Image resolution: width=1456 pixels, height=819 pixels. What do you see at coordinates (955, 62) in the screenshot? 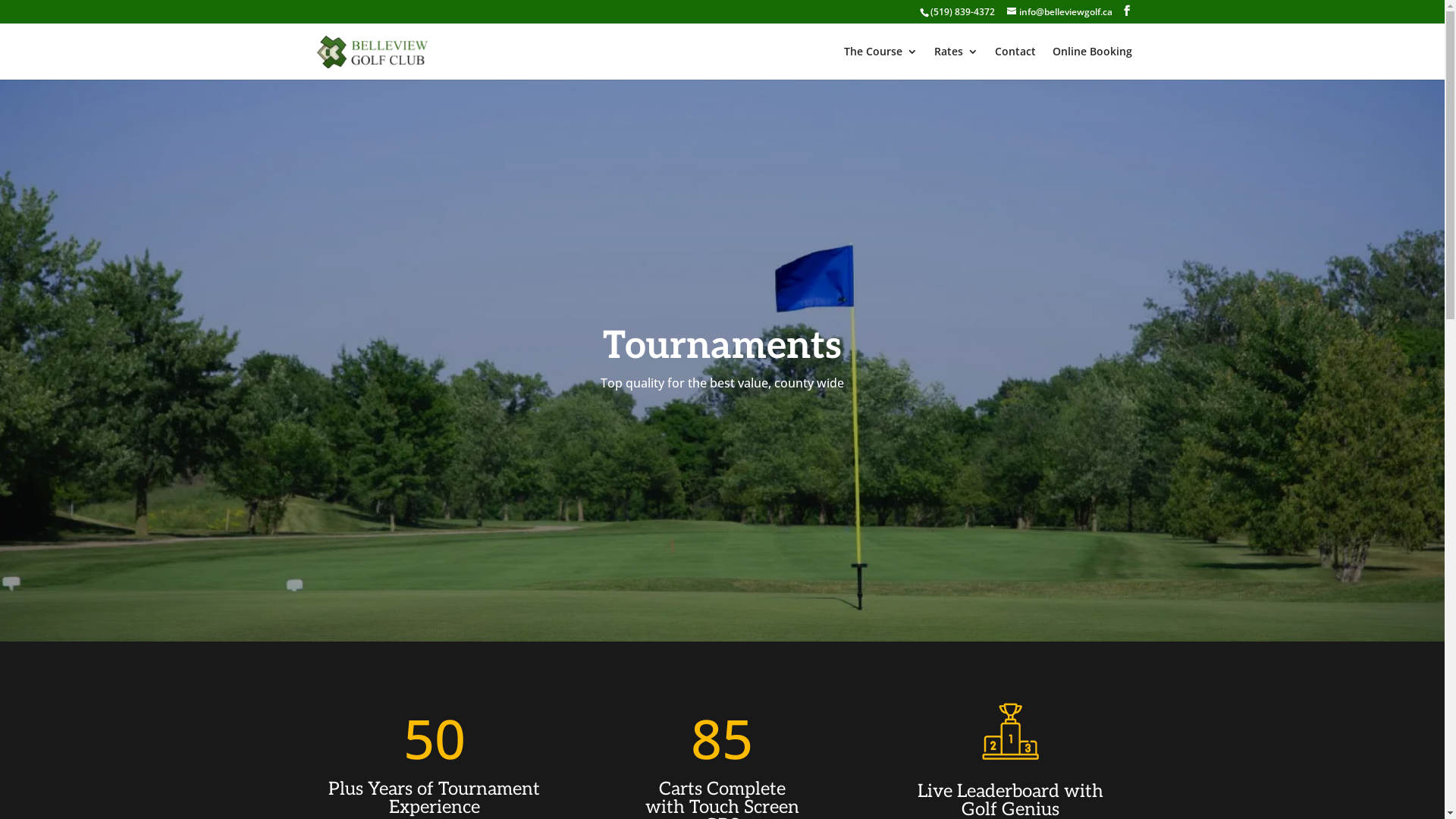
I see `'Rates'` at bounding box center [955, 62].